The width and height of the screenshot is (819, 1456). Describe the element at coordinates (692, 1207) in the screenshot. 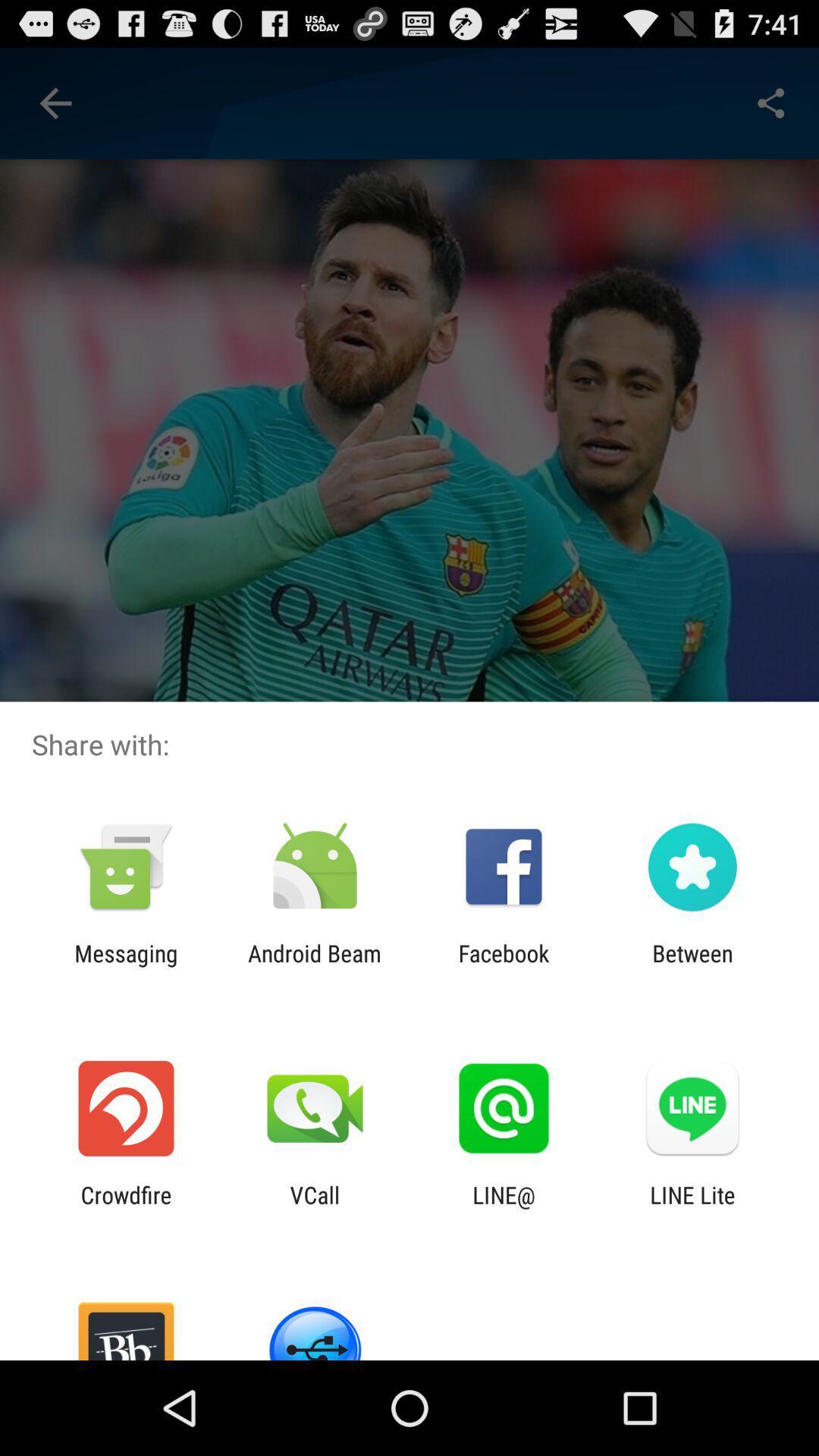

I see `the line lite icon` at that location.